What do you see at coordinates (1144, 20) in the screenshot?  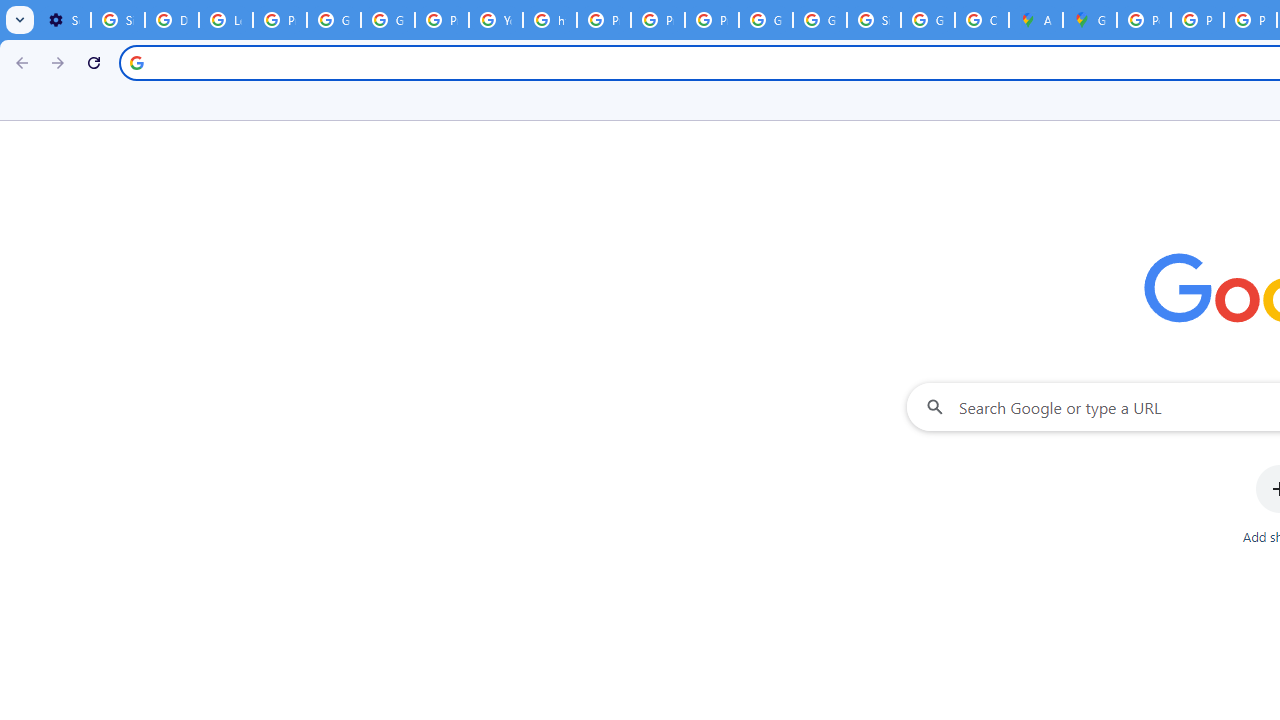 I see `'Policy Accountability and Transparency - Transparency Center'` at bounding box center [1144, 20].